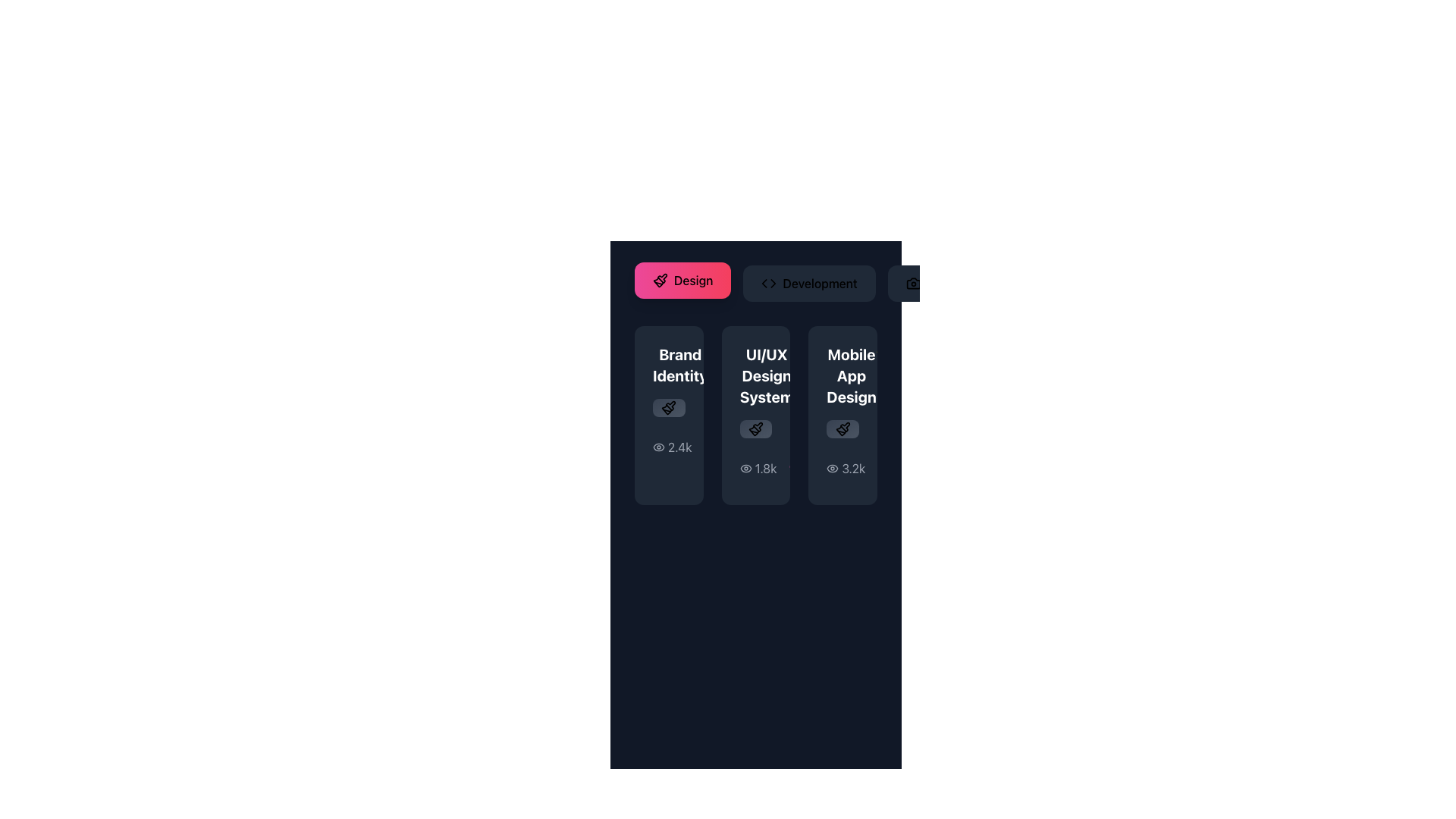 The height and width of the screenshot is (819, 1456). Describe the element at coordinates (668, 366) in the screenshot. I see `the header and rating text block for the 'Brand Identity' project category` at that location.